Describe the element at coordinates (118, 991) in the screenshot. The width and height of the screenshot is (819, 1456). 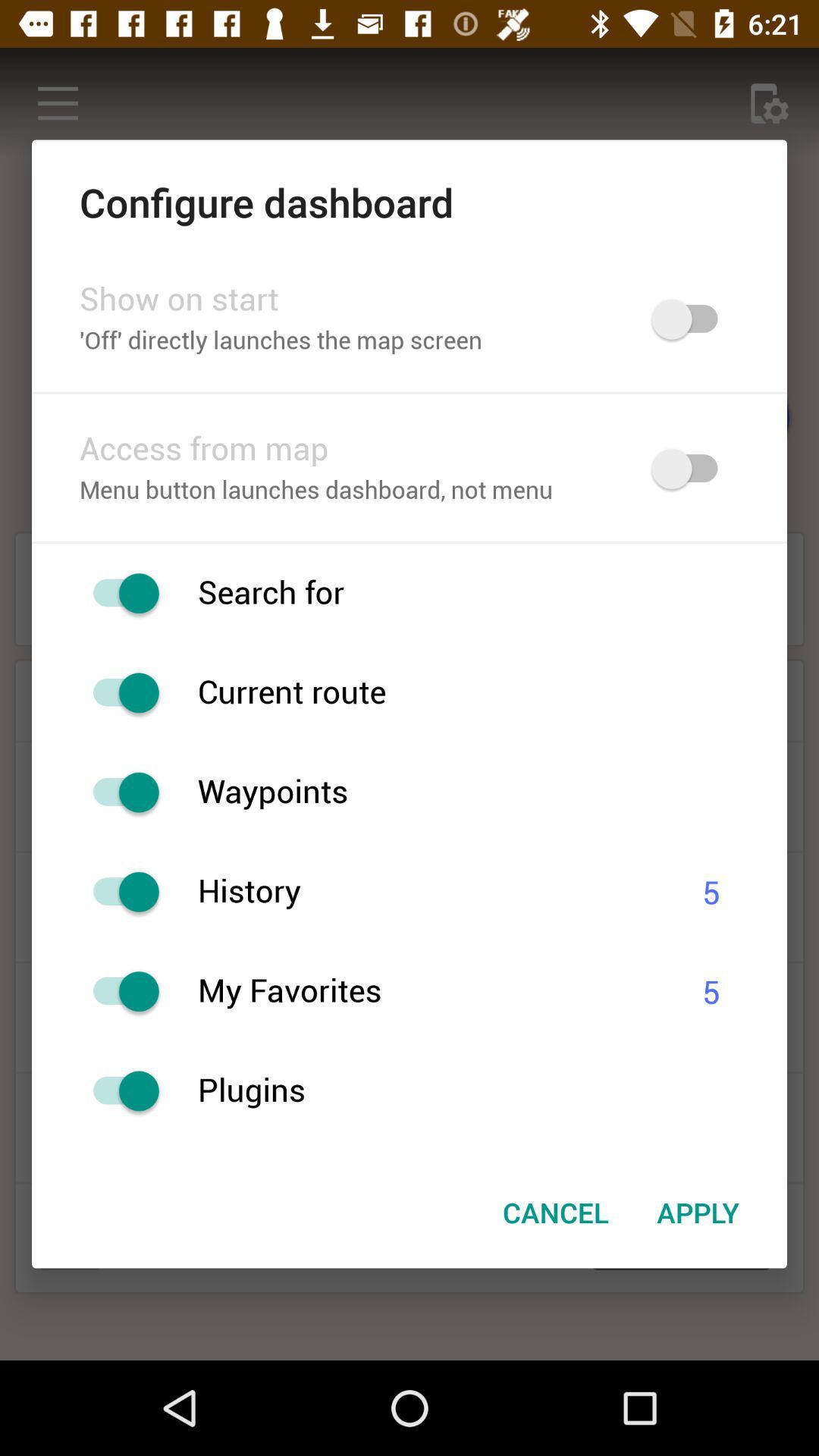
I see `my favorites` at that location.